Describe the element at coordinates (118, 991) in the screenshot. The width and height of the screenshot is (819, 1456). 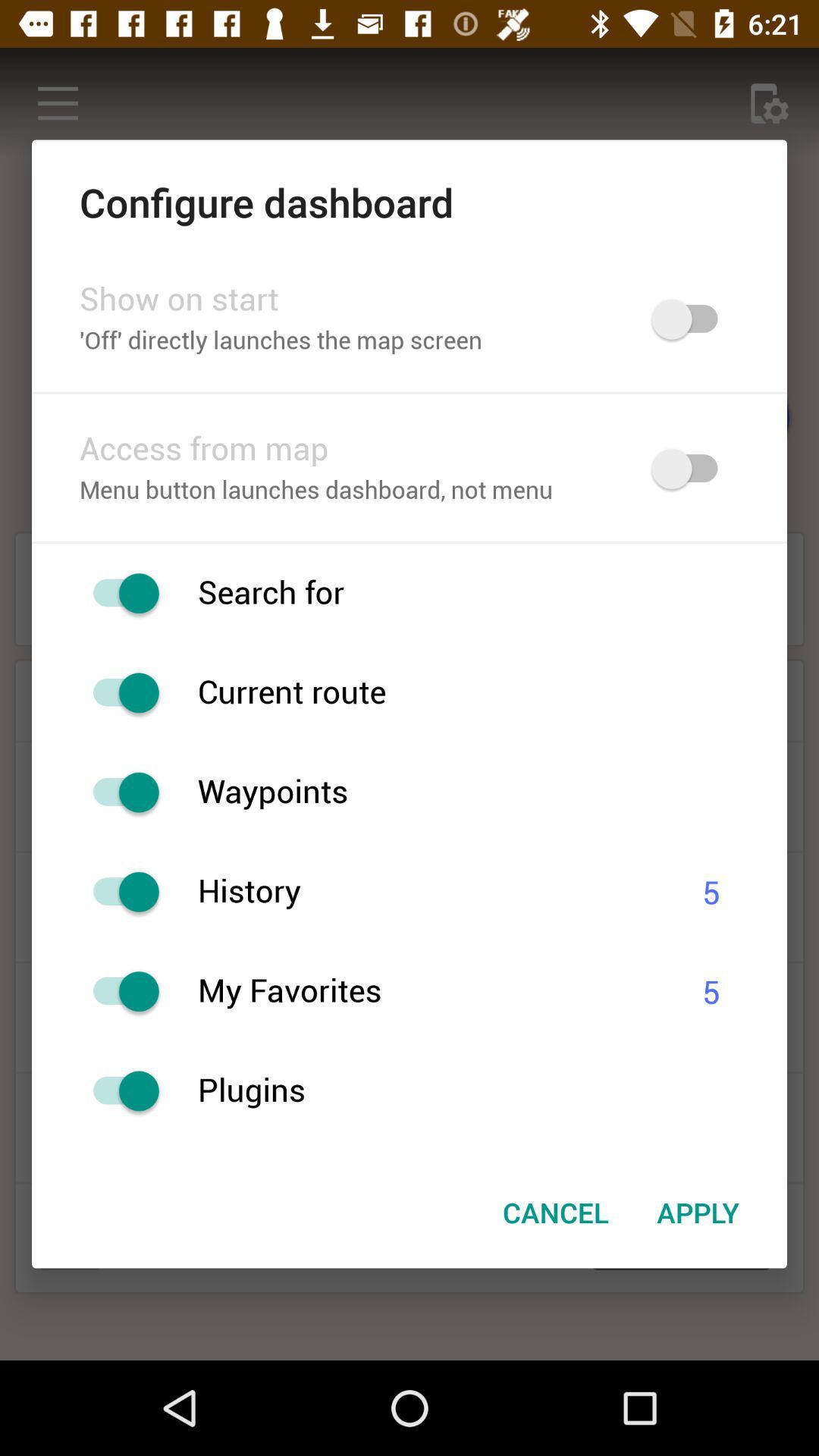
I see `my favorites` at that location.